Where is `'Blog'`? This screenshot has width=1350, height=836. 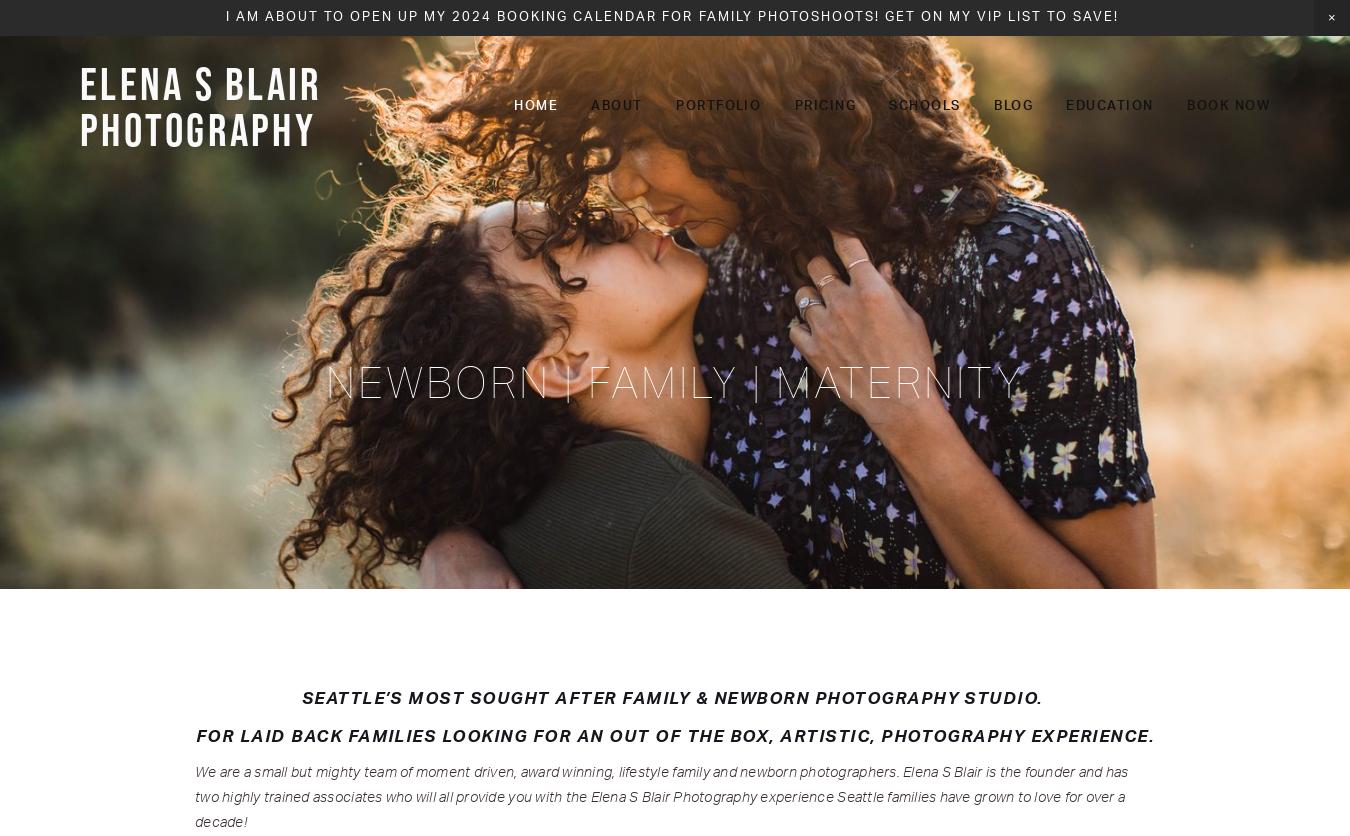
'Blog' is located at coordinates (1013, 105).